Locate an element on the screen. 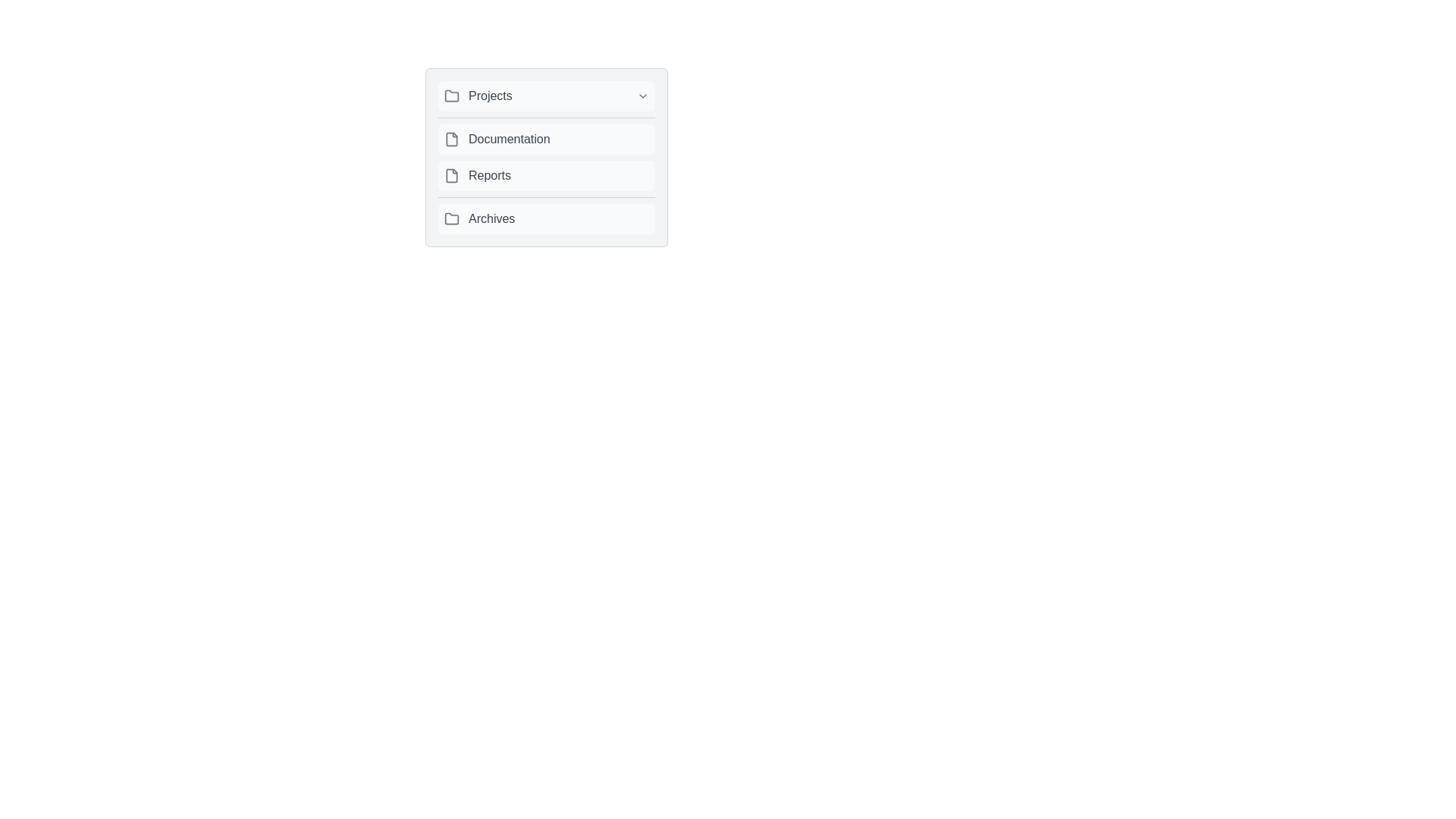 This screenshot has height=819, width=1456. the SVG icon representing a document located to the left of the 'Documentation' label in the vertical navigation list is located at coordinates (450, 140).